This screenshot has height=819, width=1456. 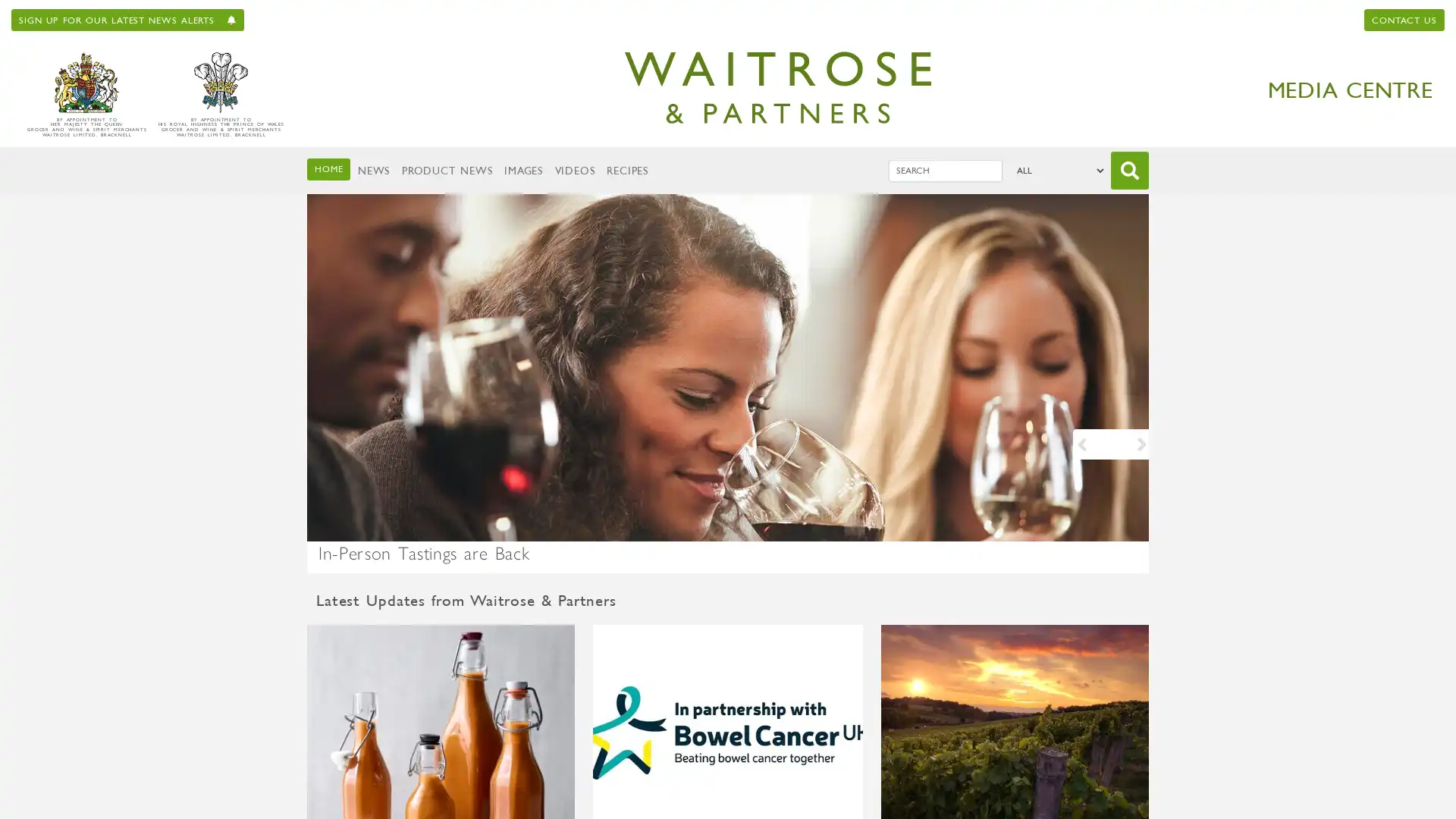 I want to click on SIGN UP FOR OUR LATEST NEWS ALERTS, so click(x=127, y=20).